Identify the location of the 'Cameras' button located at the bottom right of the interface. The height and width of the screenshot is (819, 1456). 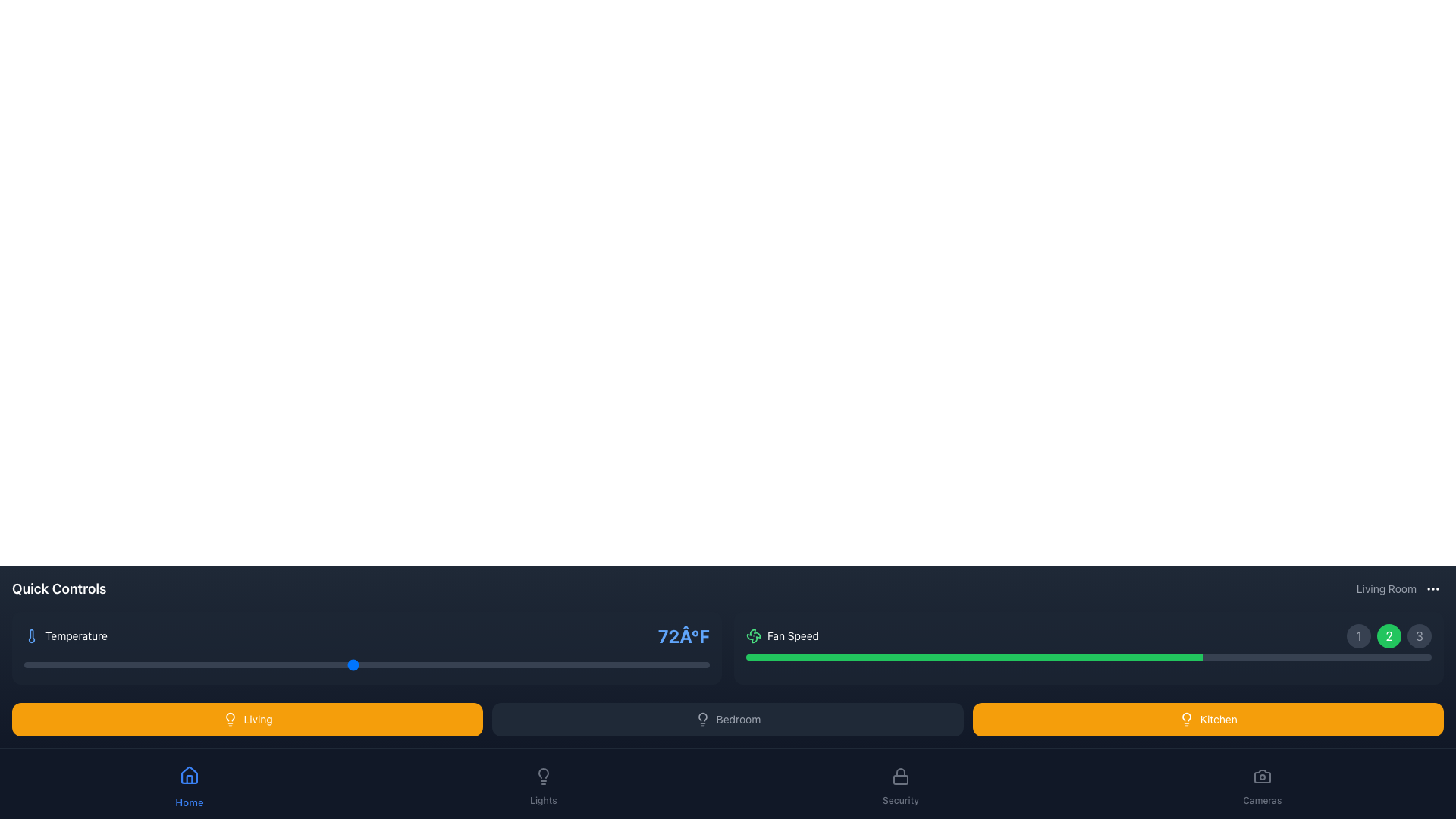
(1262, 783).